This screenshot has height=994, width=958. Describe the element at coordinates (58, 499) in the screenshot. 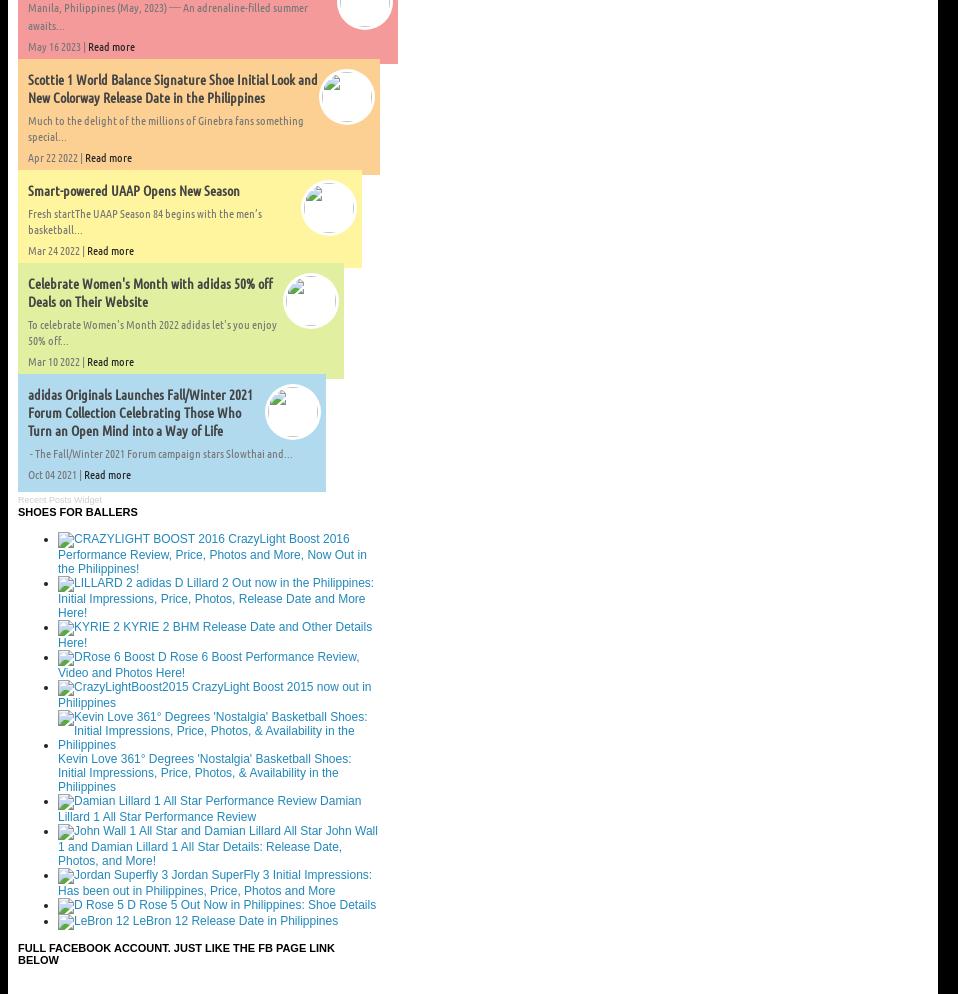

I see `'Recent Posts Widget'` at that location.